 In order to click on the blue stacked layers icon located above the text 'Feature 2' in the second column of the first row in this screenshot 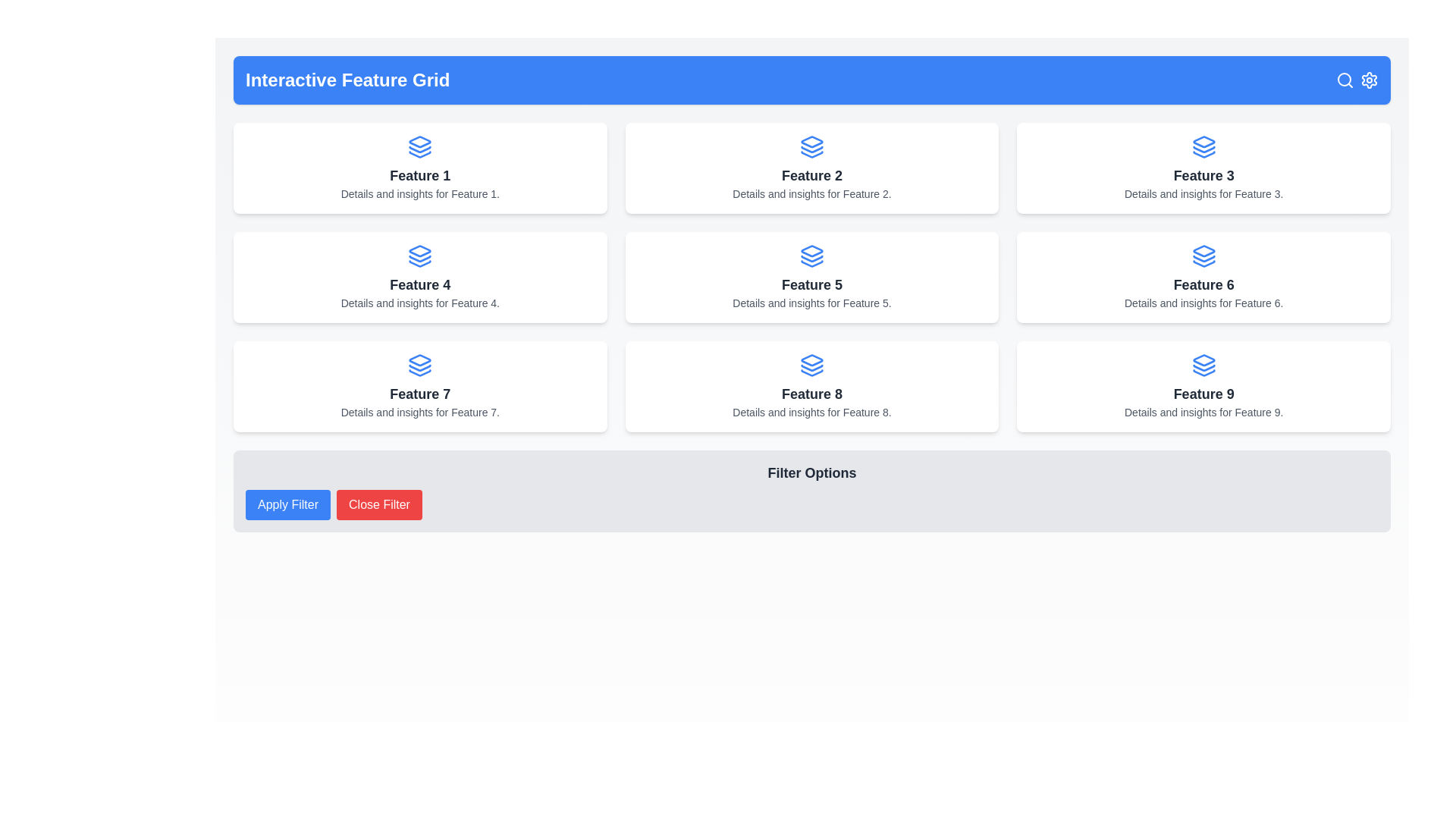, I will do `click(811, 146)`.